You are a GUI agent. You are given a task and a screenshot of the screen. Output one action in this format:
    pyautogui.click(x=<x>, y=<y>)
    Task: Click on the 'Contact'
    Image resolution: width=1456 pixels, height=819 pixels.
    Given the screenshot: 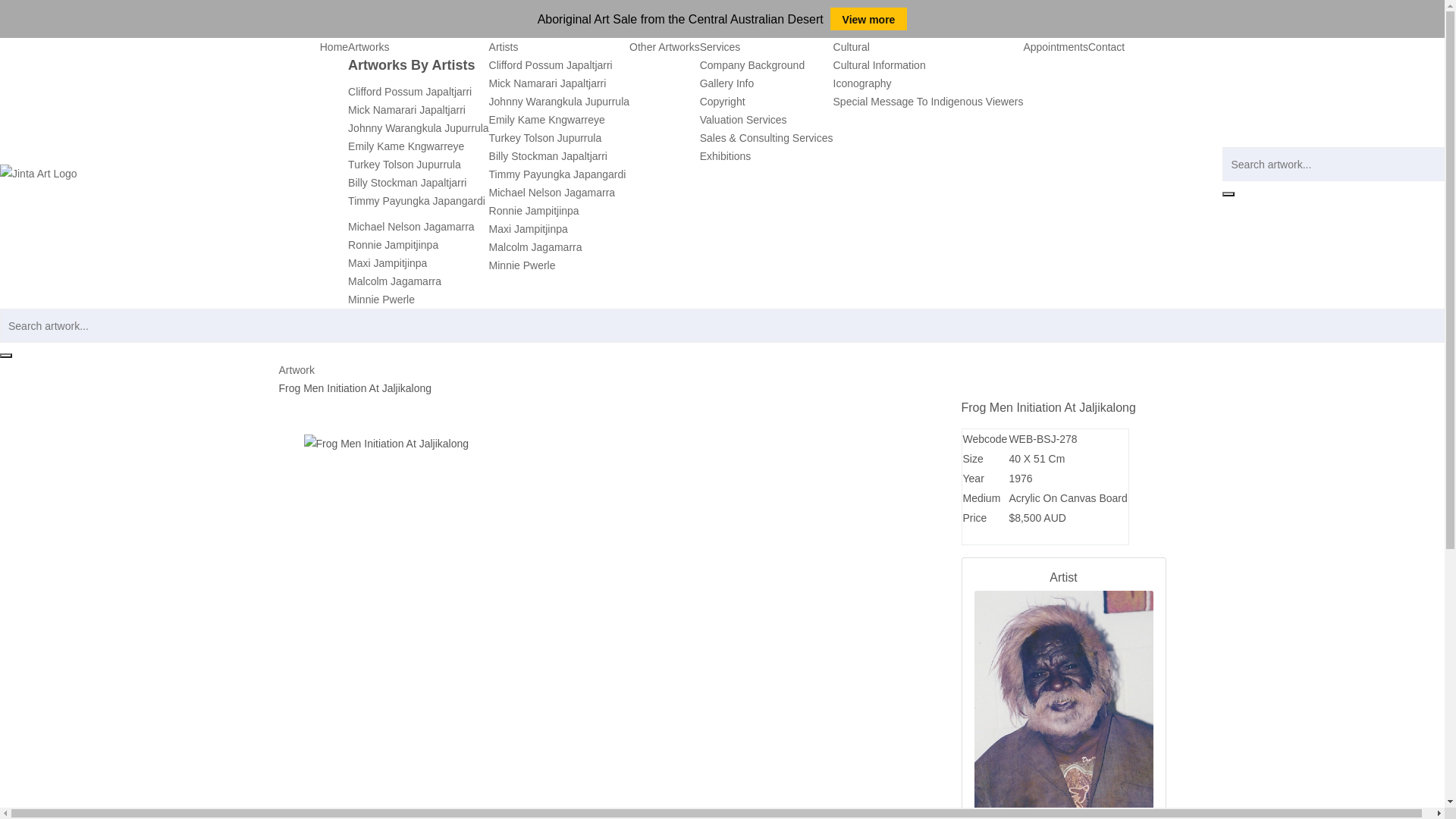 What is the action you would take?
    pyautogui.click(x=1106, y=45)
    